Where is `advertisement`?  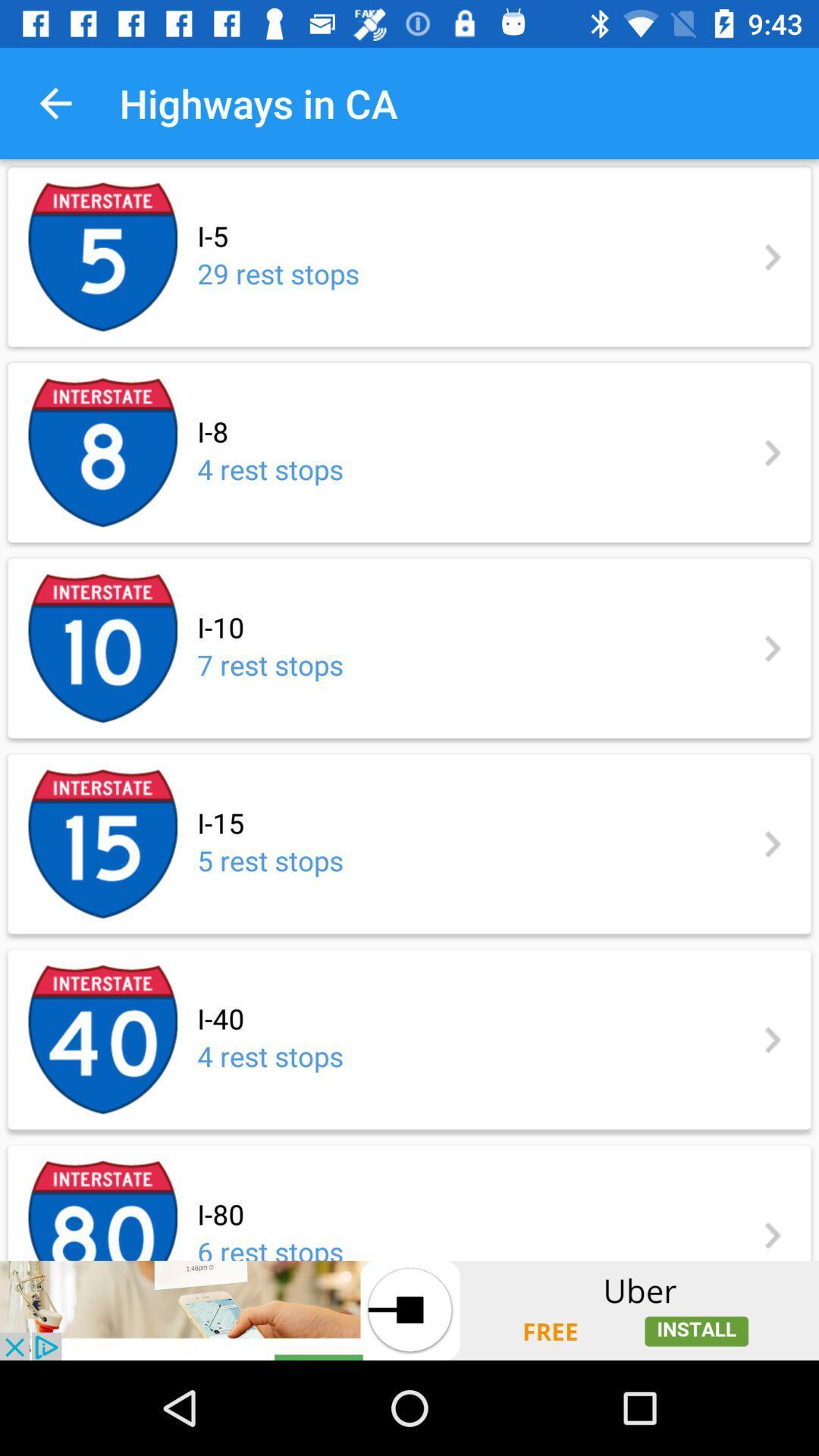 advertisement is located at coordinates (409, 1310).